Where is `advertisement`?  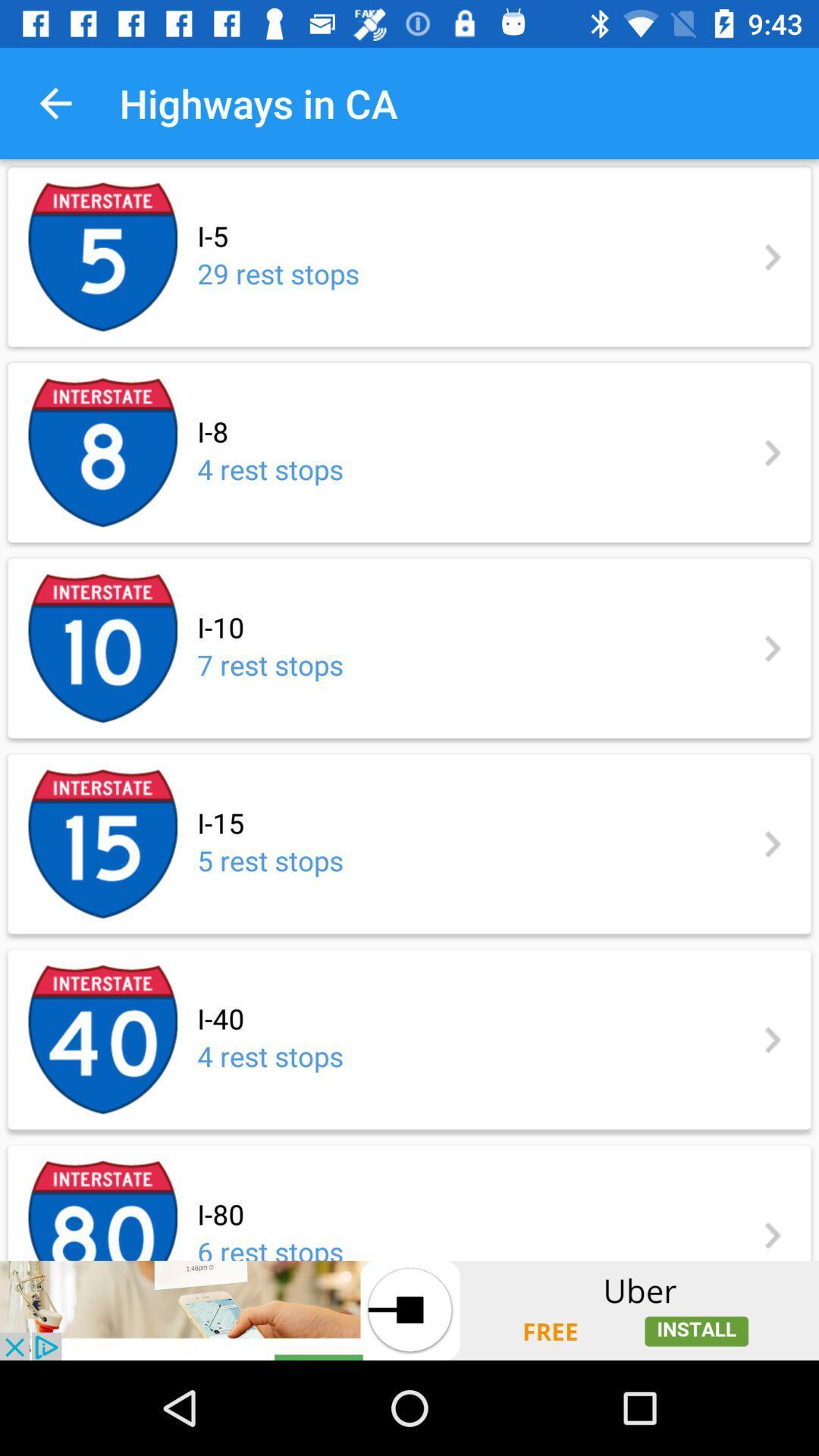 advertisement is located at coordinates (409, 1310).